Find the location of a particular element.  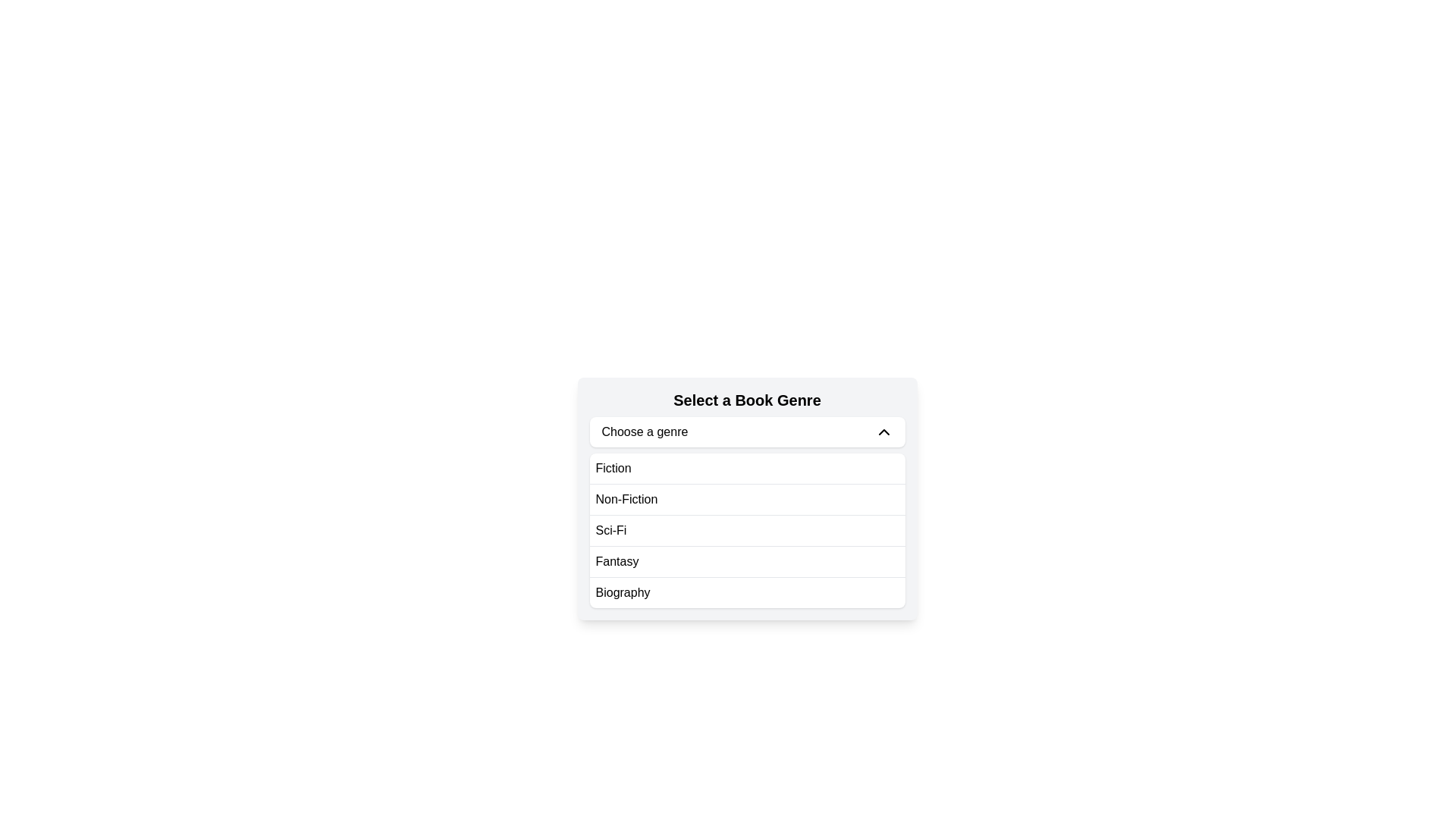

the text label reading 'Fantasy' is located at coordinates (617, 561).